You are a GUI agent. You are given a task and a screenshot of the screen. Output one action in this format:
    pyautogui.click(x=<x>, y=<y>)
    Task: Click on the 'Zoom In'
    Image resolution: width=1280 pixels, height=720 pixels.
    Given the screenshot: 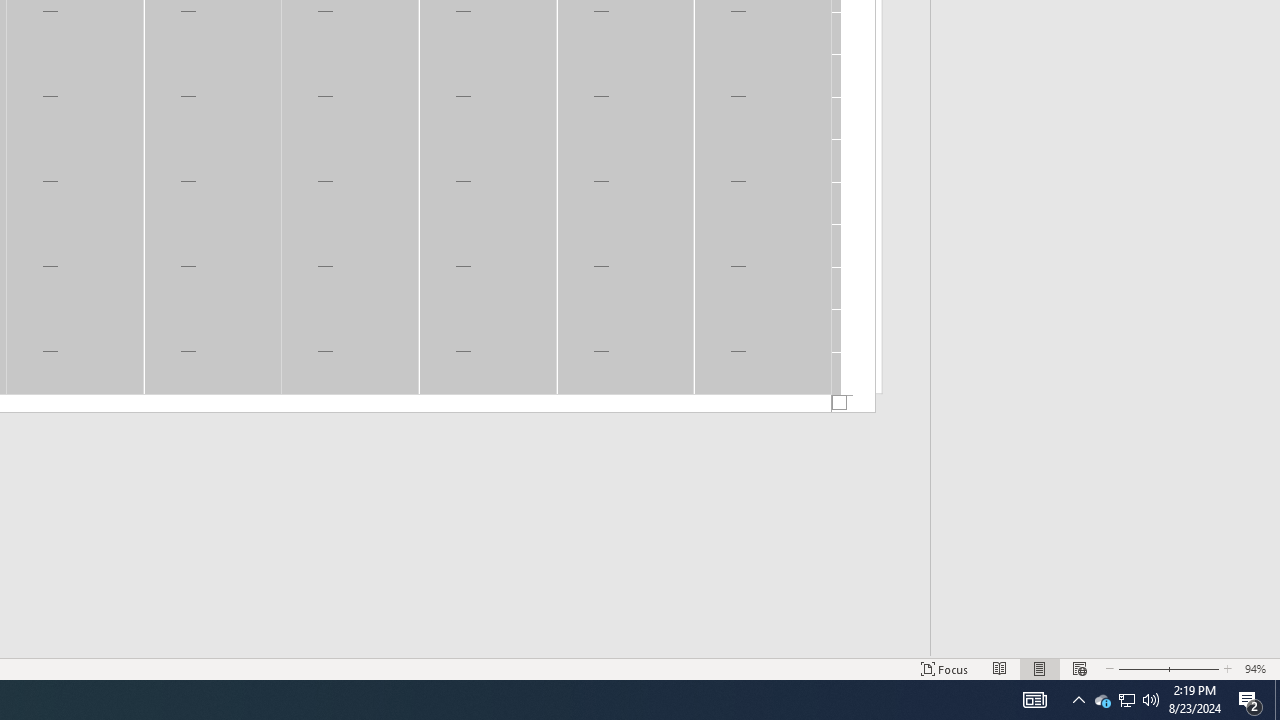 What is the action you would take?
    pyautogui.click(x=1193, y=669)
    